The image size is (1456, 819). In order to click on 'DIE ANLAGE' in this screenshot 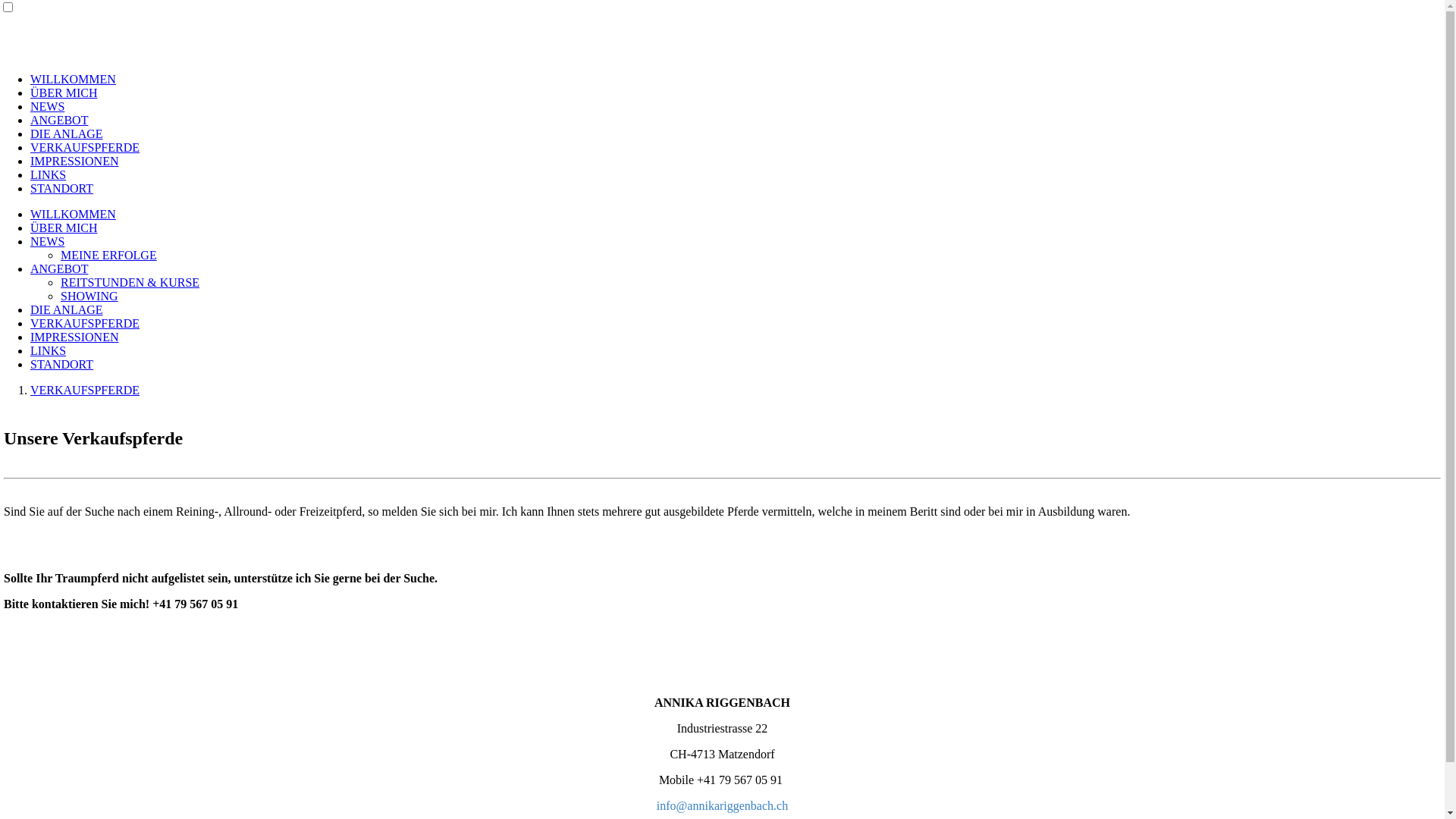, I will do `click(65, 309)`.